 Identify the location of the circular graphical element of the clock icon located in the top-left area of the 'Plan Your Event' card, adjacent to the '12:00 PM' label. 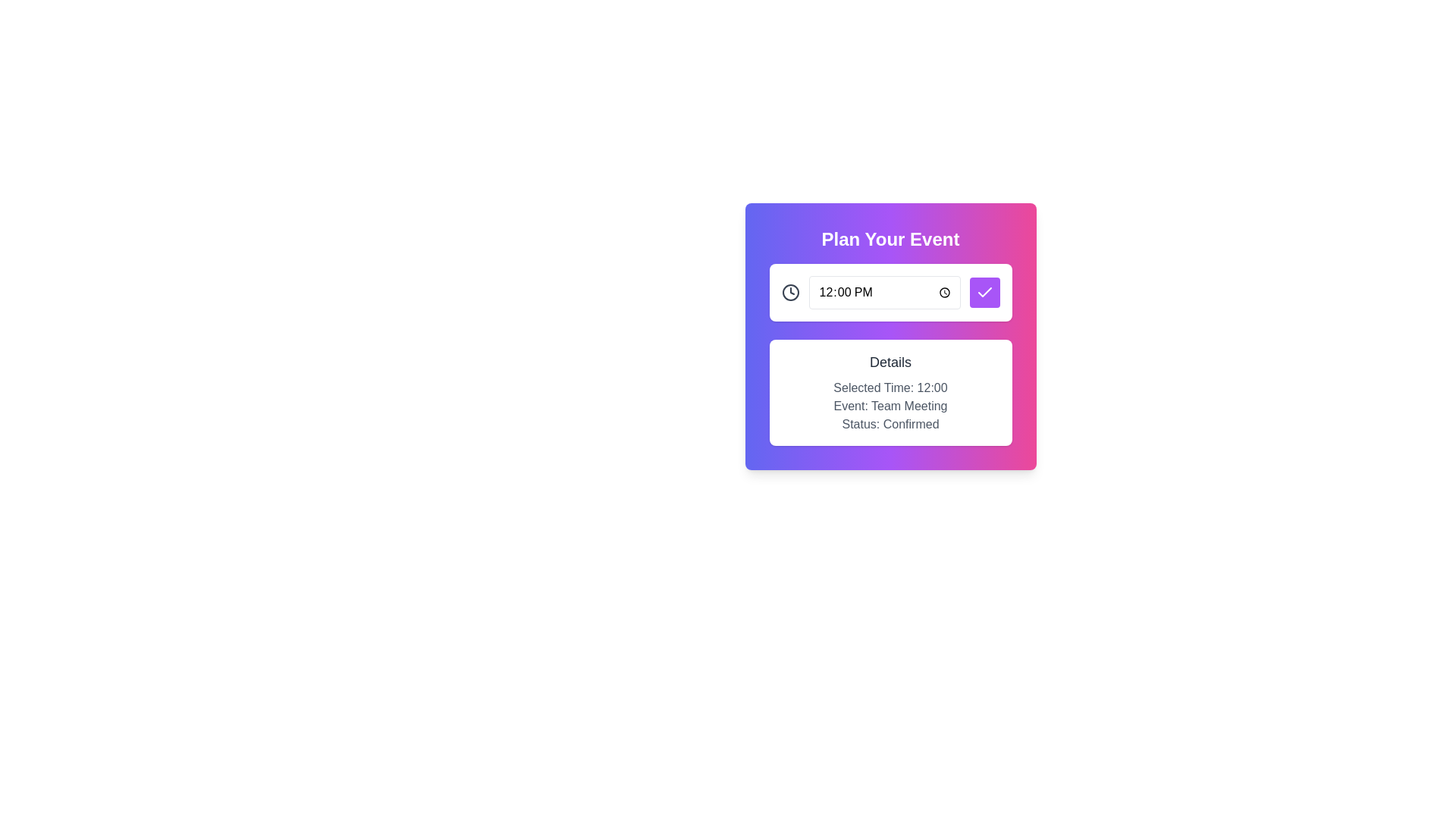
(789, 292).